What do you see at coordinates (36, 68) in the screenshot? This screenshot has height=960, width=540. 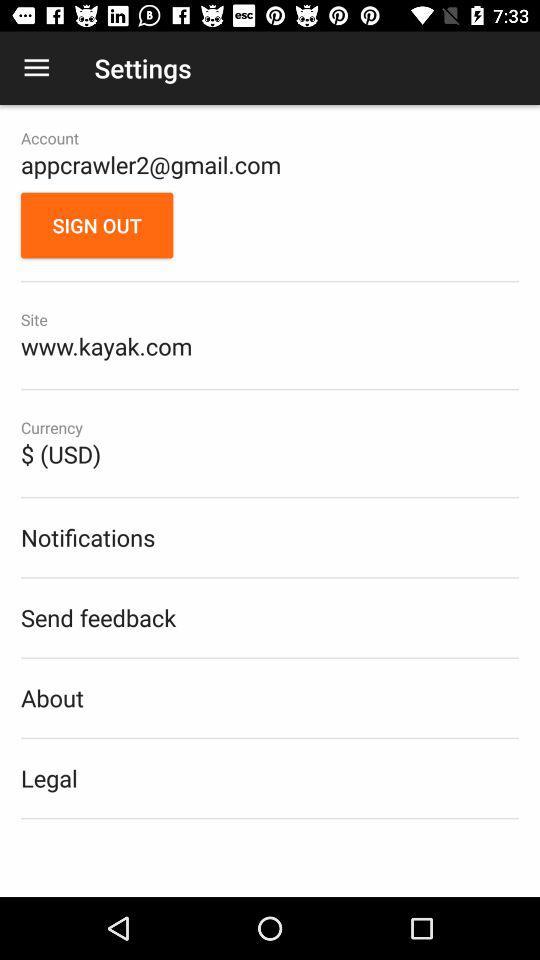 I see `the item to the left of settings` at bounding box center [36, 68].